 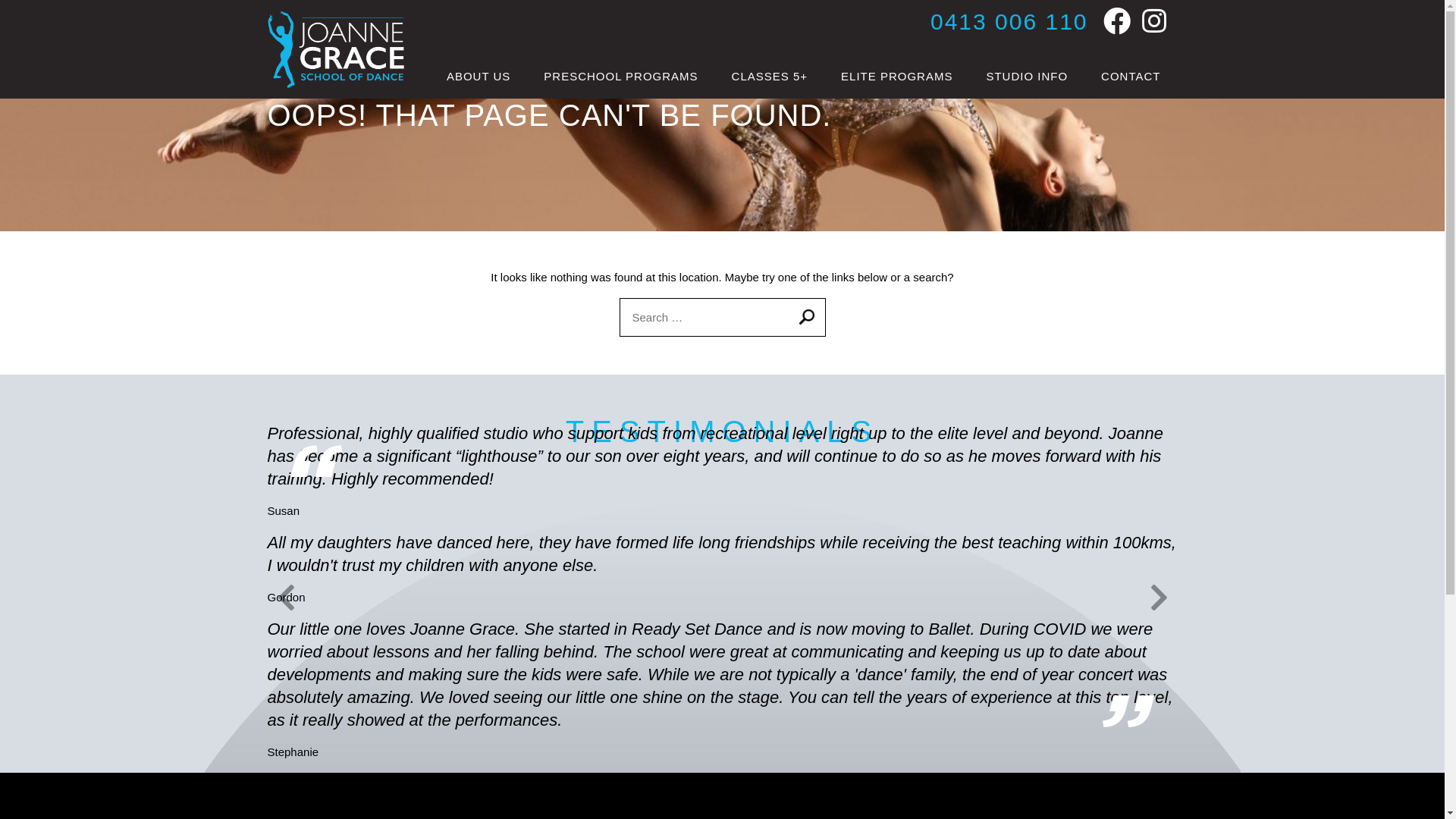 I want to click on 'CLASSES 5+', so click(x=769, y=76).